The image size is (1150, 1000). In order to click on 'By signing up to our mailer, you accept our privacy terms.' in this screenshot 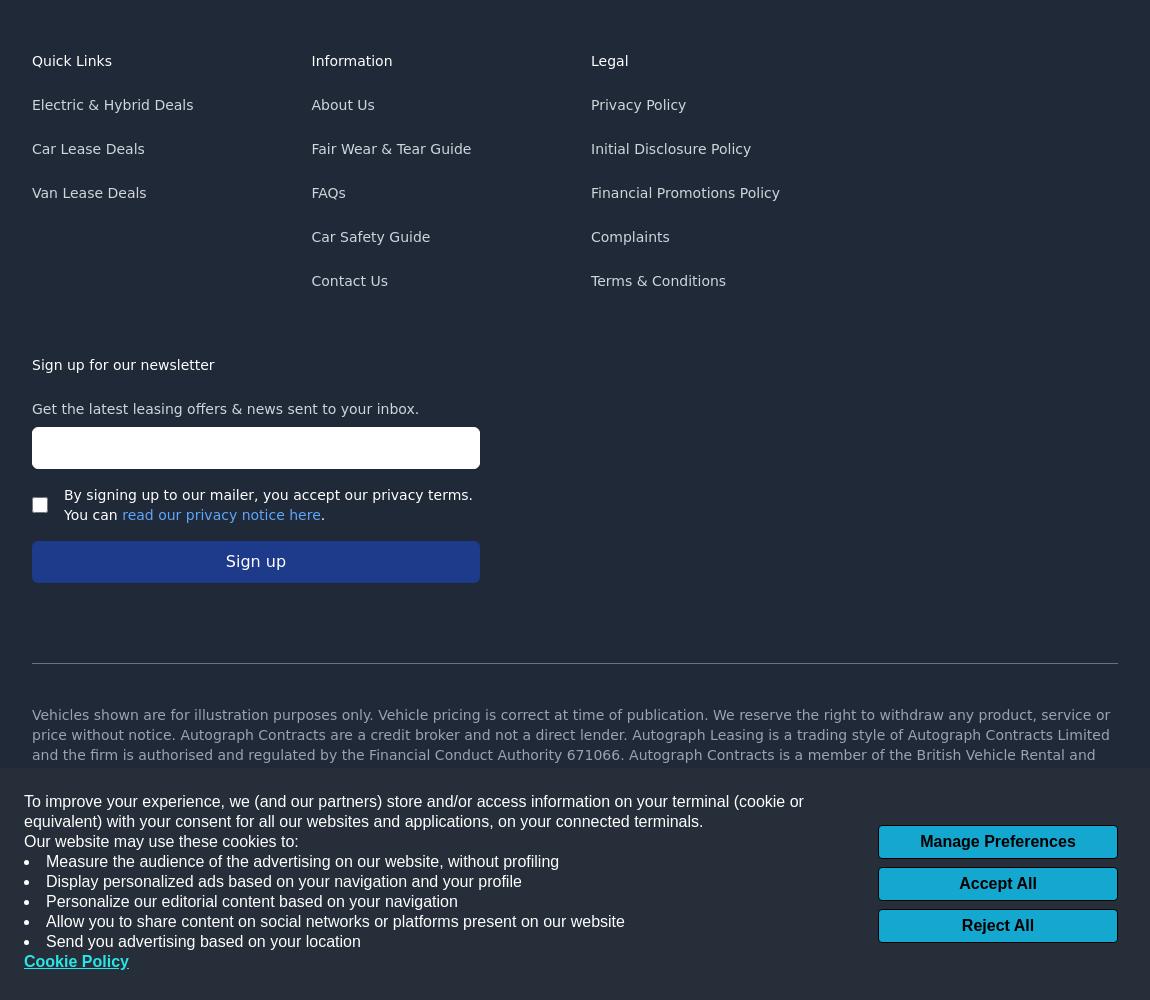, I will do `click(267, 494)`.